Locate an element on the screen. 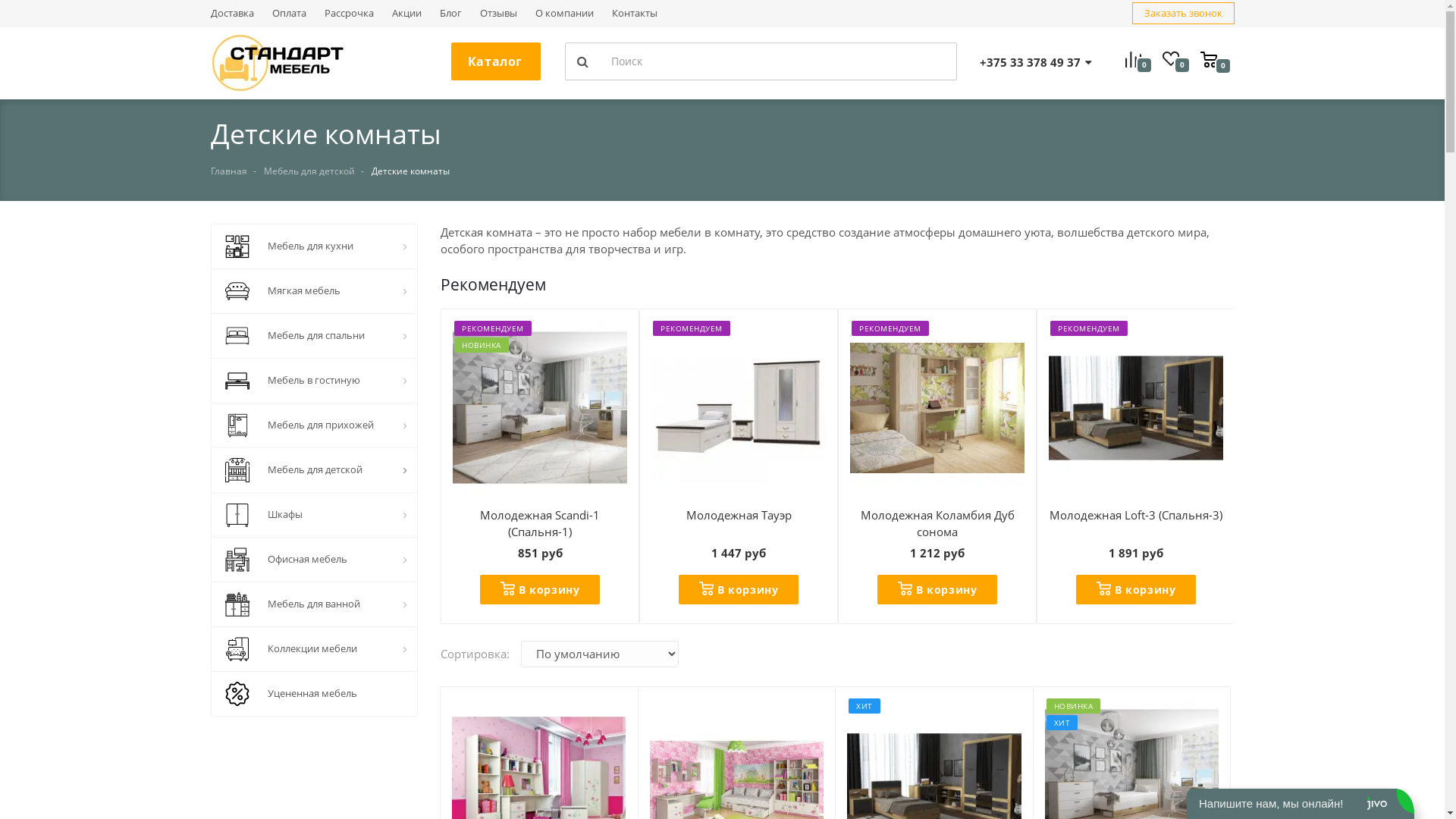 This screenshot has width=1456, height=819. '0' is located at coordinates (1124, 61).